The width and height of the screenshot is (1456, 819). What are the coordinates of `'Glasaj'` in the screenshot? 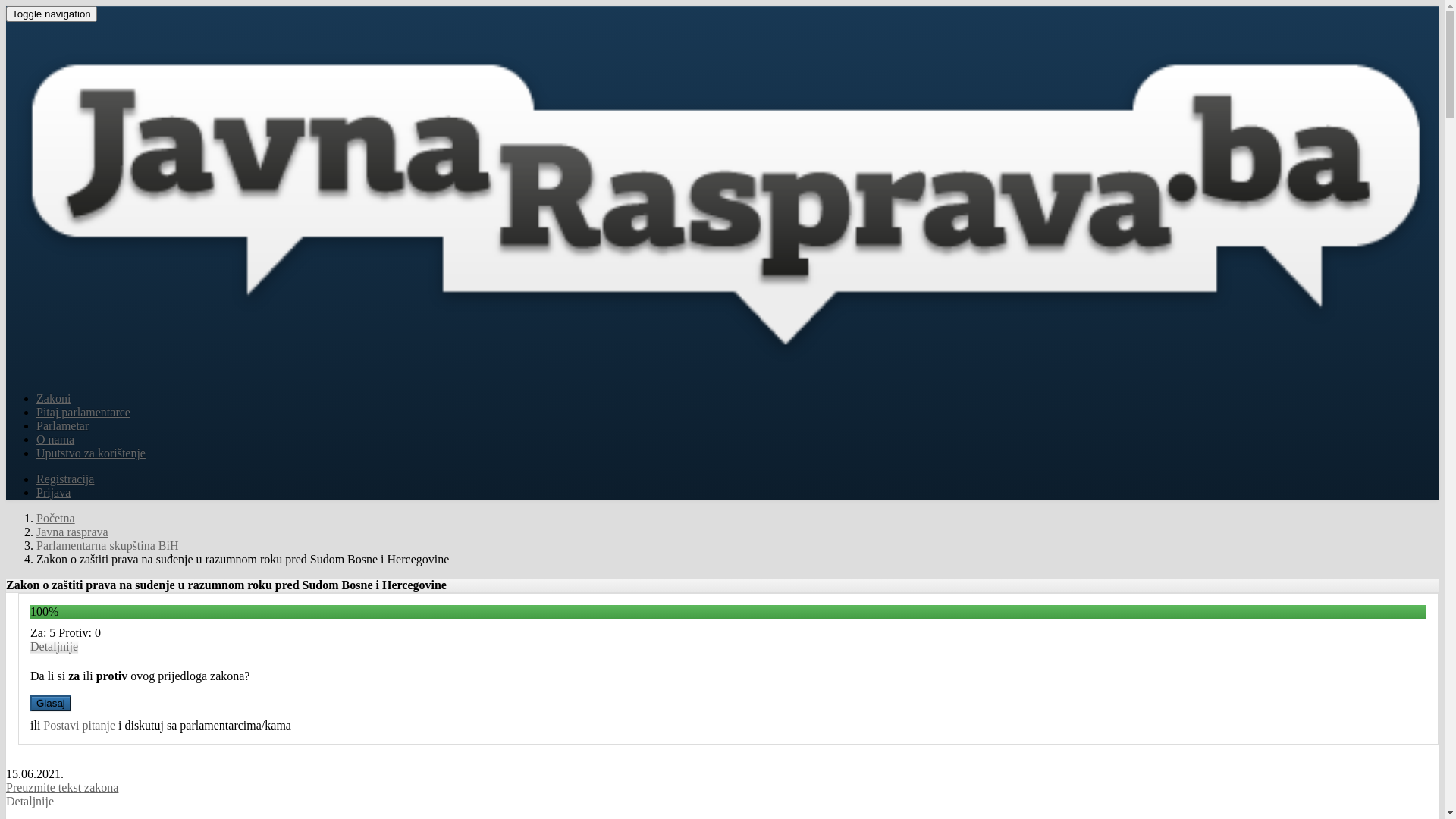 It's located at (51, 703).